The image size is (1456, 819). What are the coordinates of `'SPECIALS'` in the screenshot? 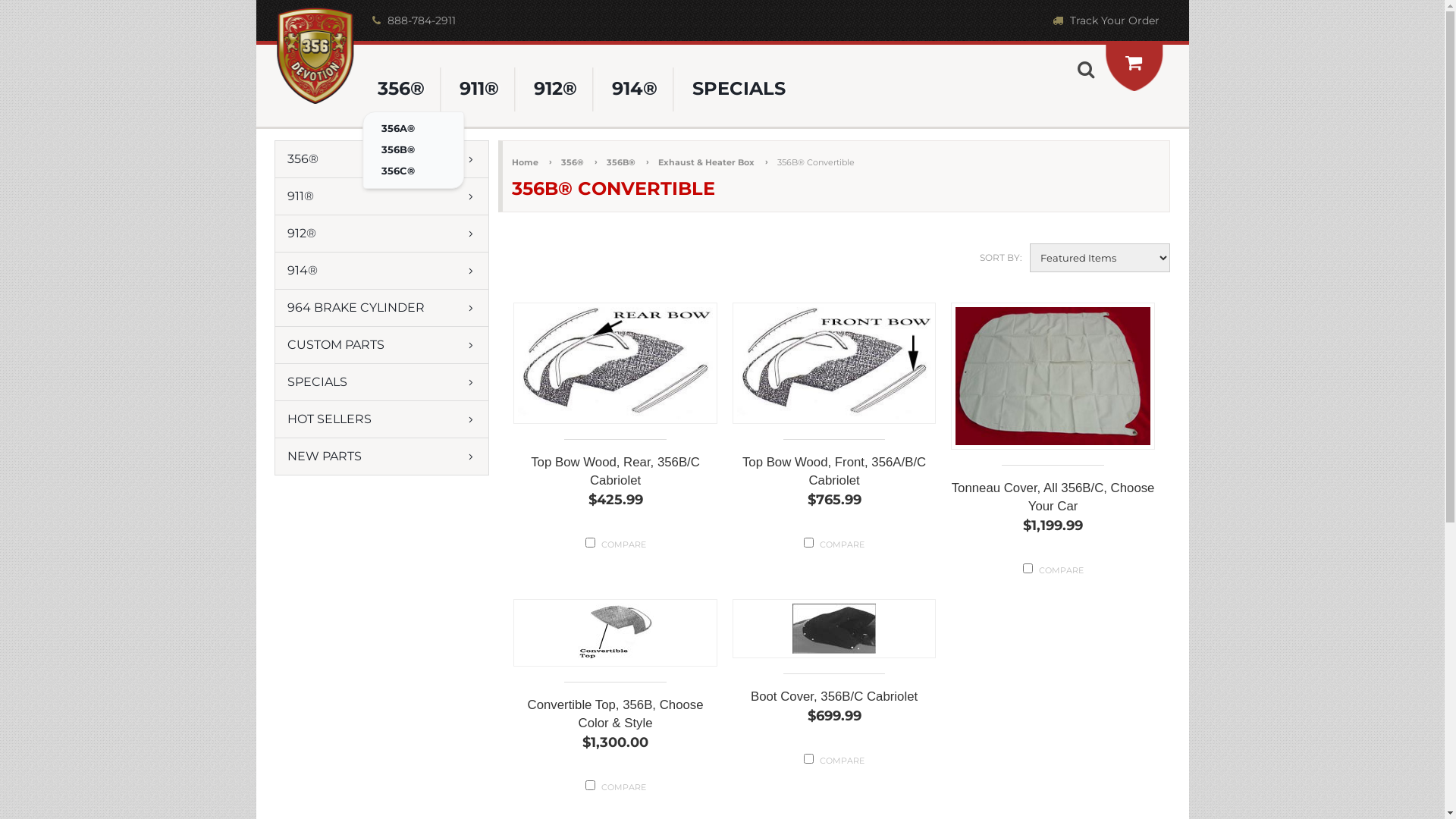 It's located at (739, 89).